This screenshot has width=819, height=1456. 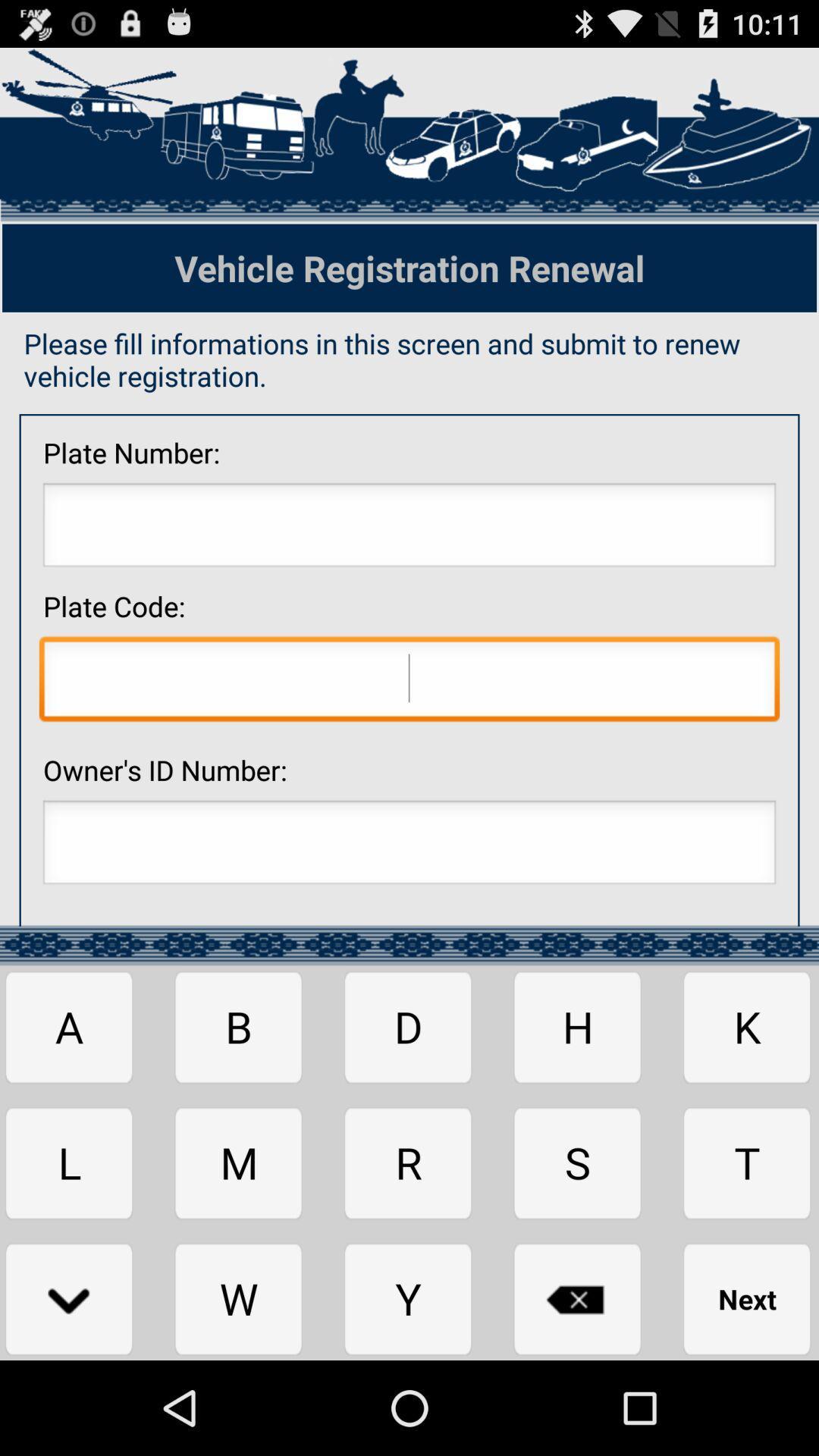 I want to click on zip code, so click(x=409, y=682).